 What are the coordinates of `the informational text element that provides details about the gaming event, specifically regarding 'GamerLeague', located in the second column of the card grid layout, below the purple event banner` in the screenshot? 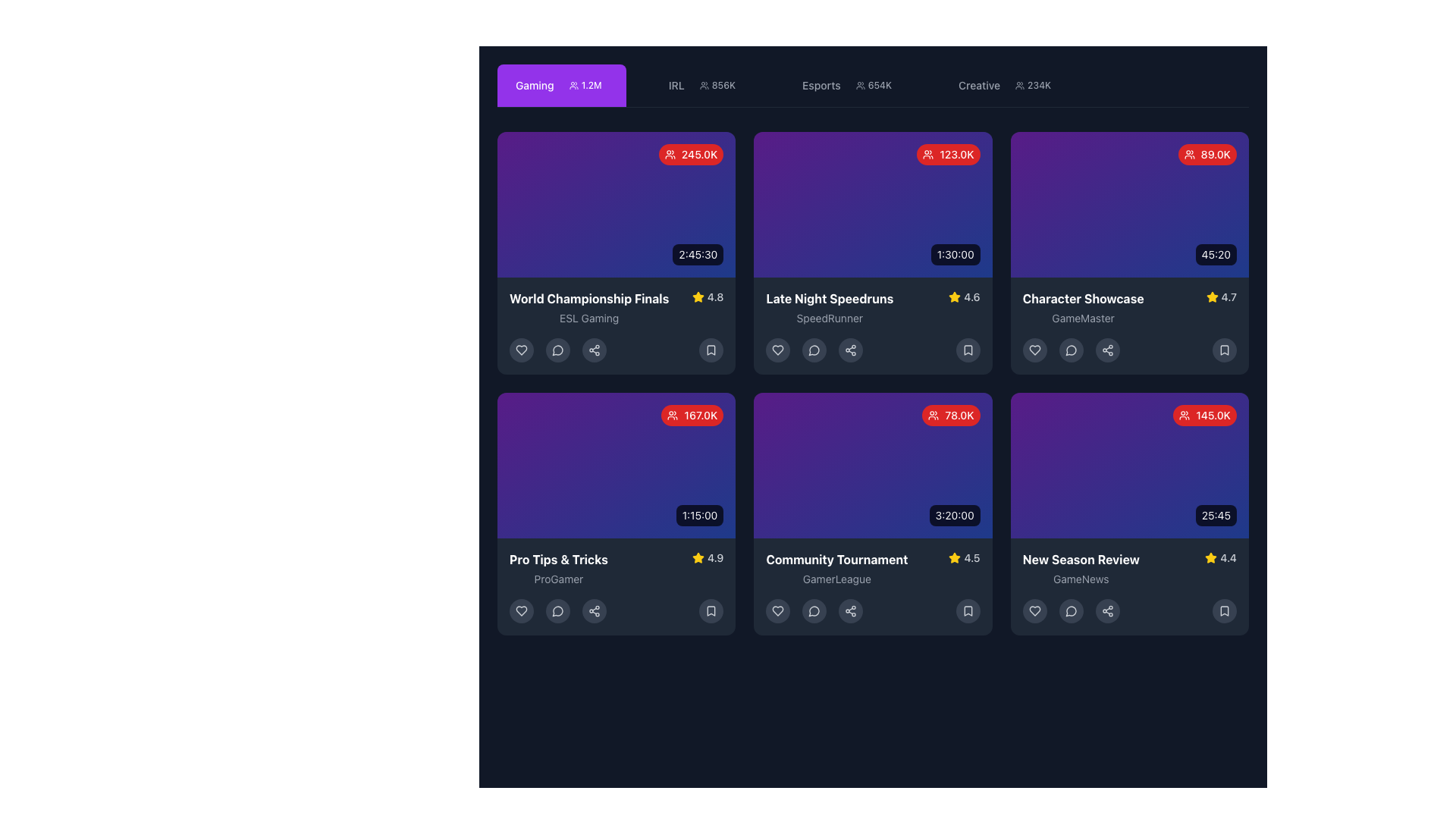 It's located at (836, 568).